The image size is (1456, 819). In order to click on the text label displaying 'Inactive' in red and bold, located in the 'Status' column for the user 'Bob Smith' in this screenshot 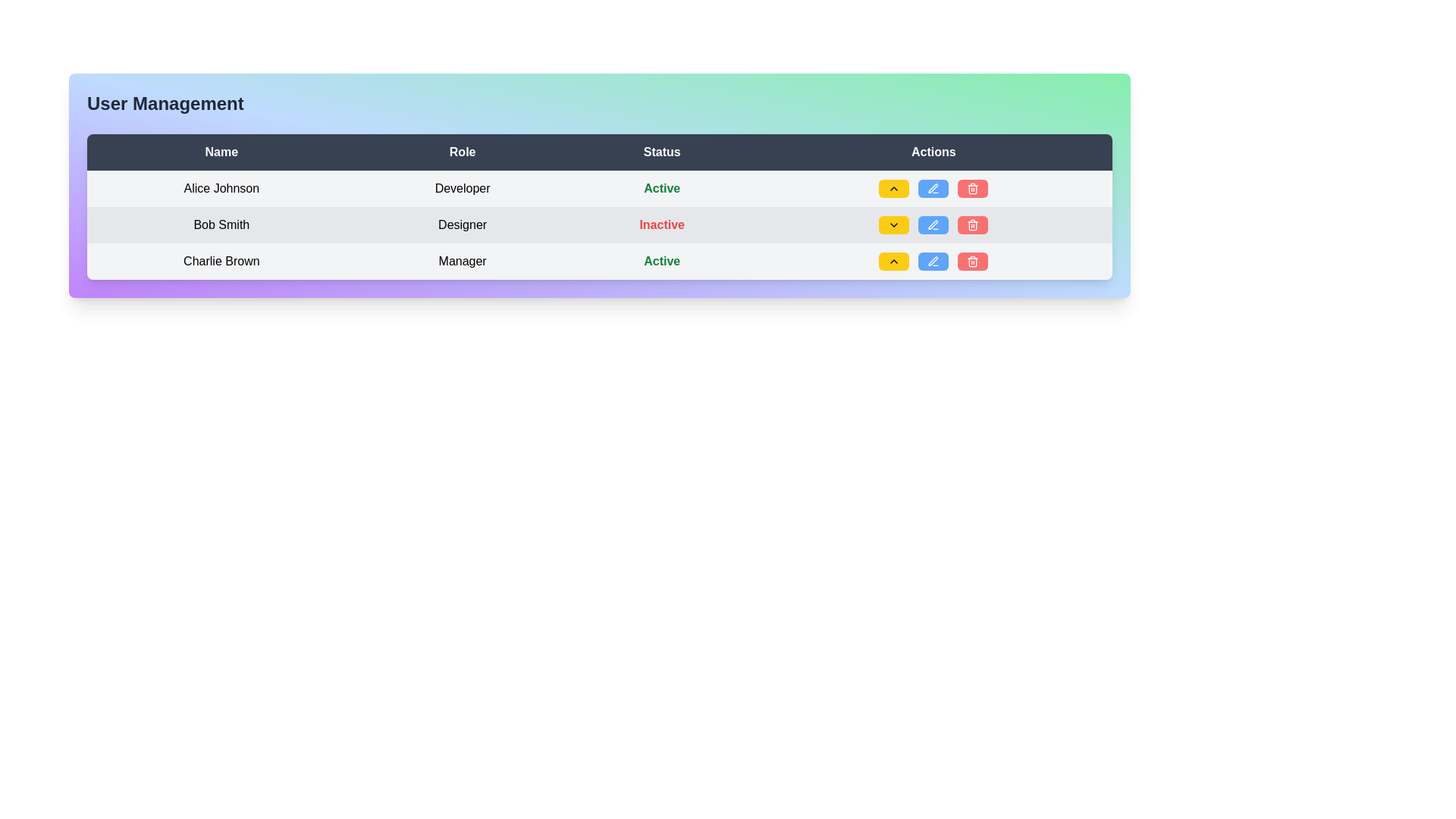, I will do `click(662, 224)`.